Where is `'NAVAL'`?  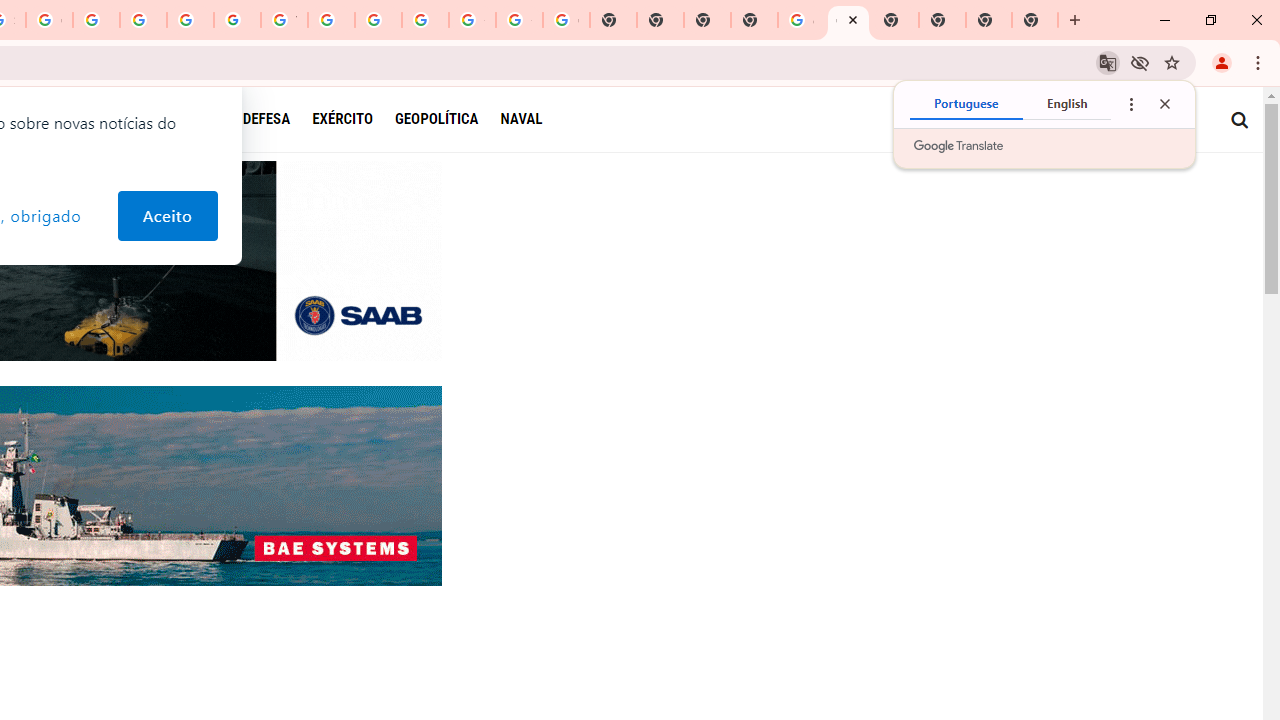 'NAVAL' is located at coordinates (521, 118).